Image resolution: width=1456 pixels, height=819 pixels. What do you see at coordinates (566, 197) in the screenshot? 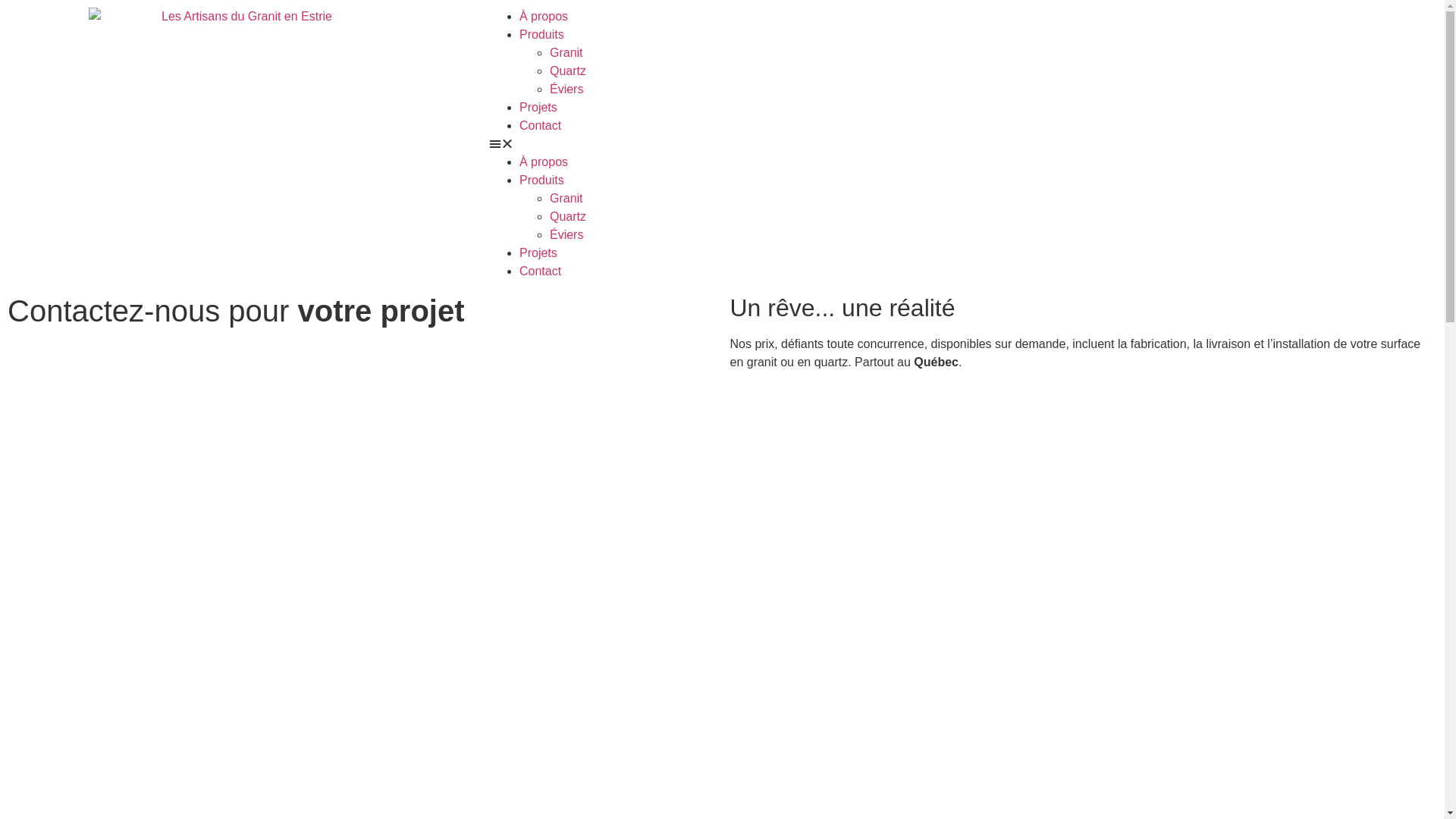
I see `'Granit'` at bounding box center [566, 197].